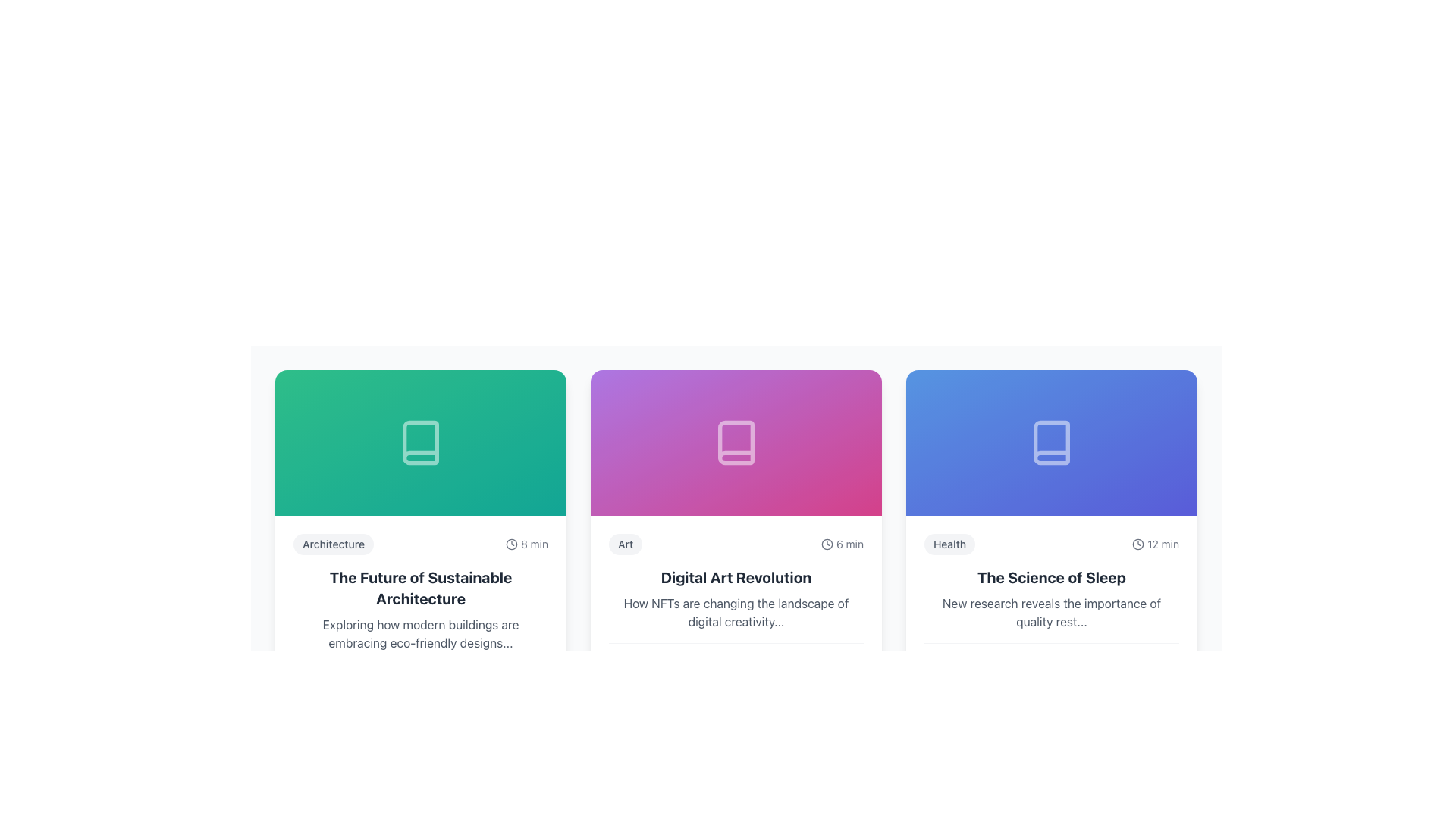 Image resolution: width=1456 pixels, height=819 pixels. What do you see at coordinates (1164, 669) in the screenshot?
I see `the share button located at the bottom right of the third article card titled 'The Science of Sleep' to share the article` at bounding box center [1164, 669].